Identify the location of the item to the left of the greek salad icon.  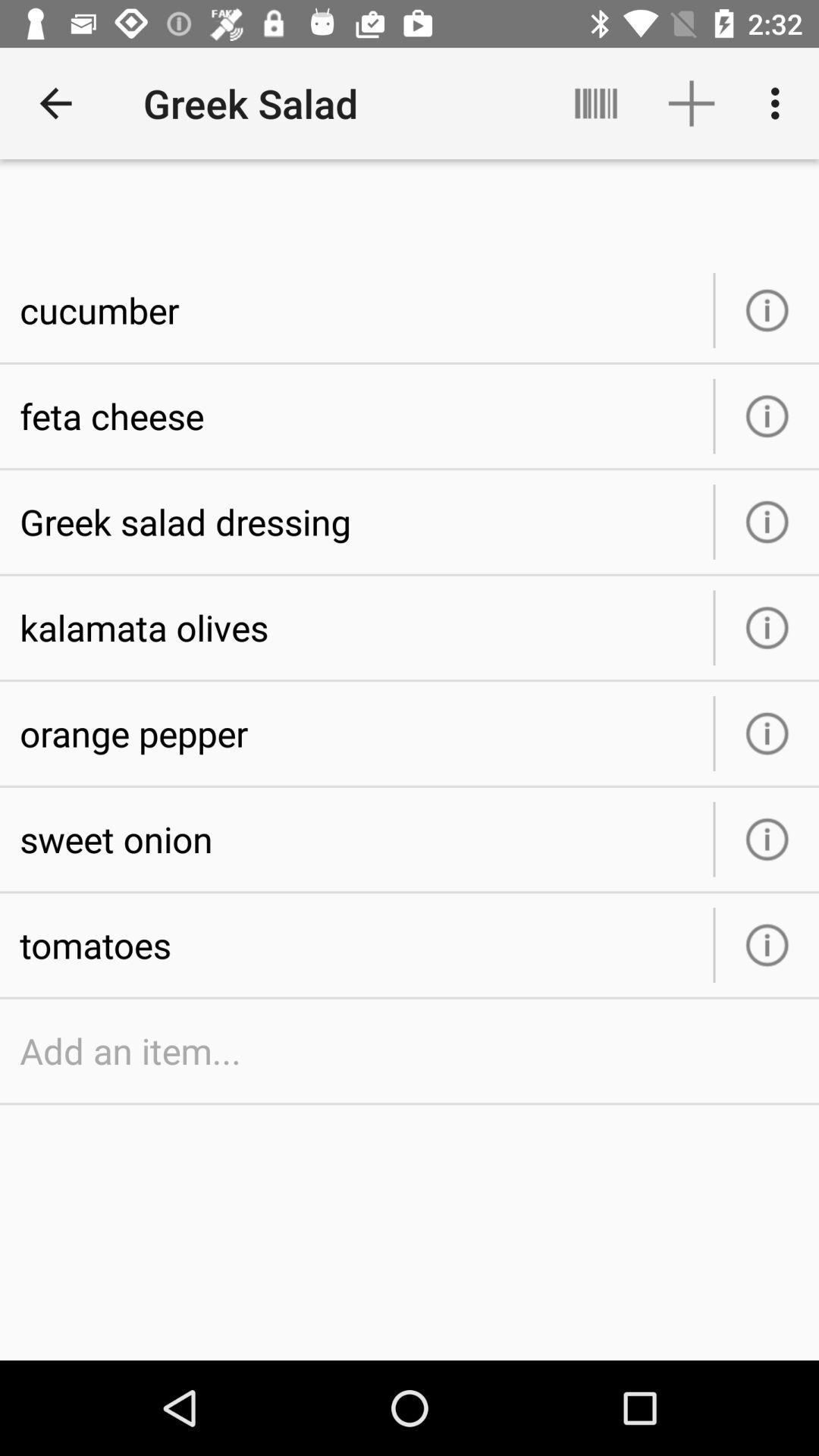
(55, 102).